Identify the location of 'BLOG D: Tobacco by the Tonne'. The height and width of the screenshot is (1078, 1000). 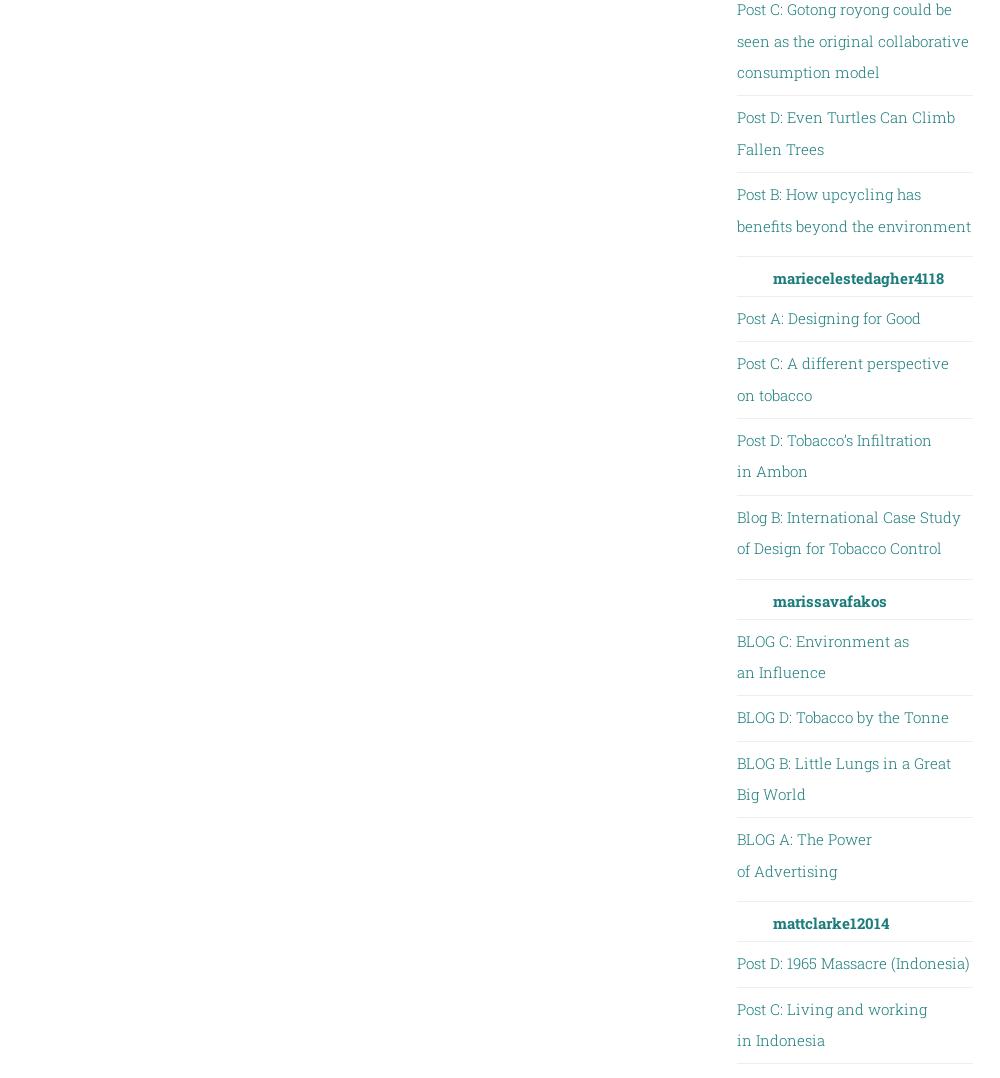
(841, 715).